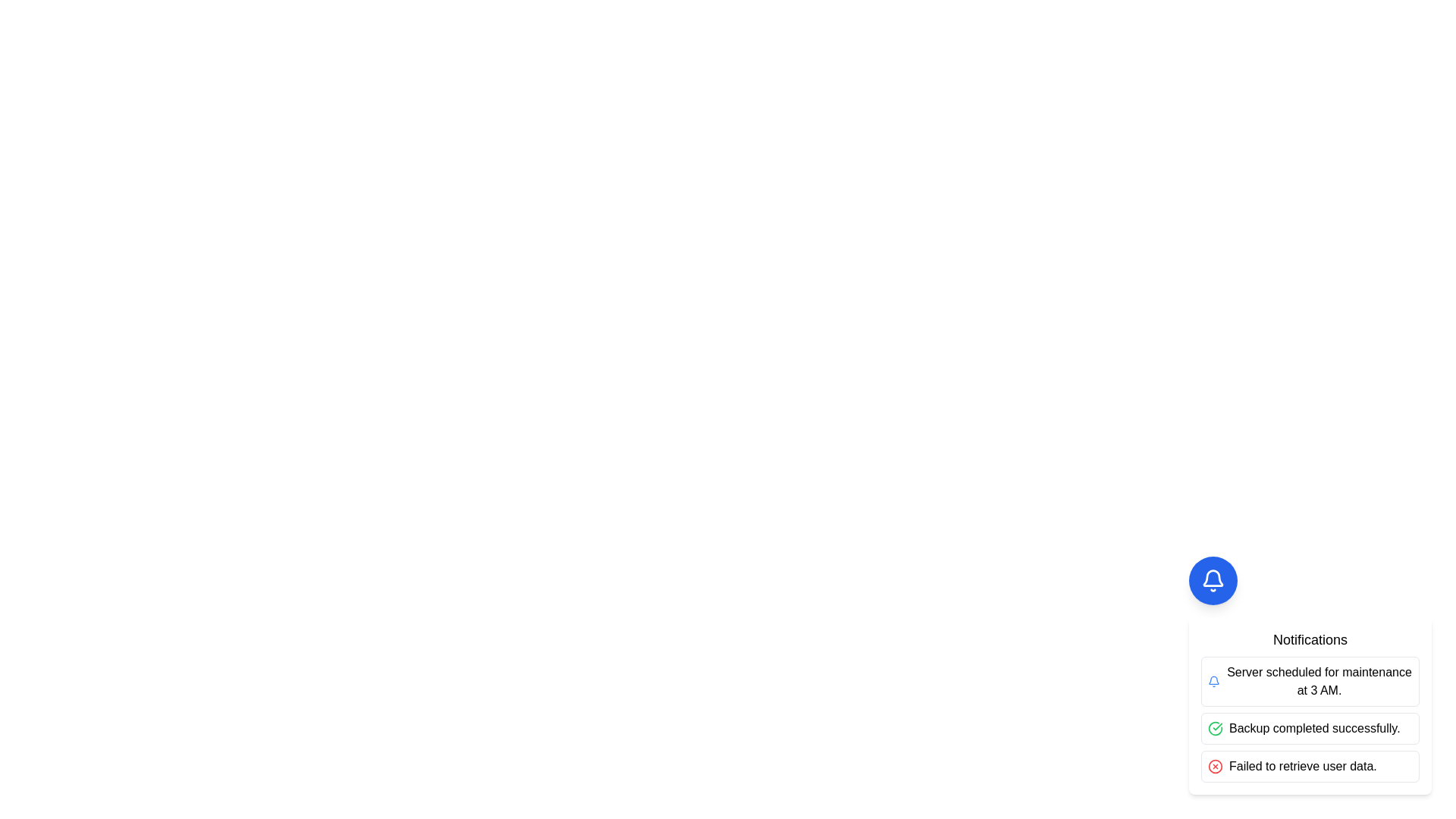 The width and height of the screenshot is (1456, 819). Describe the element at coordinates (1319, 680) in the screenshot. I see `notification that states 'Server scheduled for maintenance at 3 AM.' which is a black text on a white background, located below a blue bell icon` at that location.